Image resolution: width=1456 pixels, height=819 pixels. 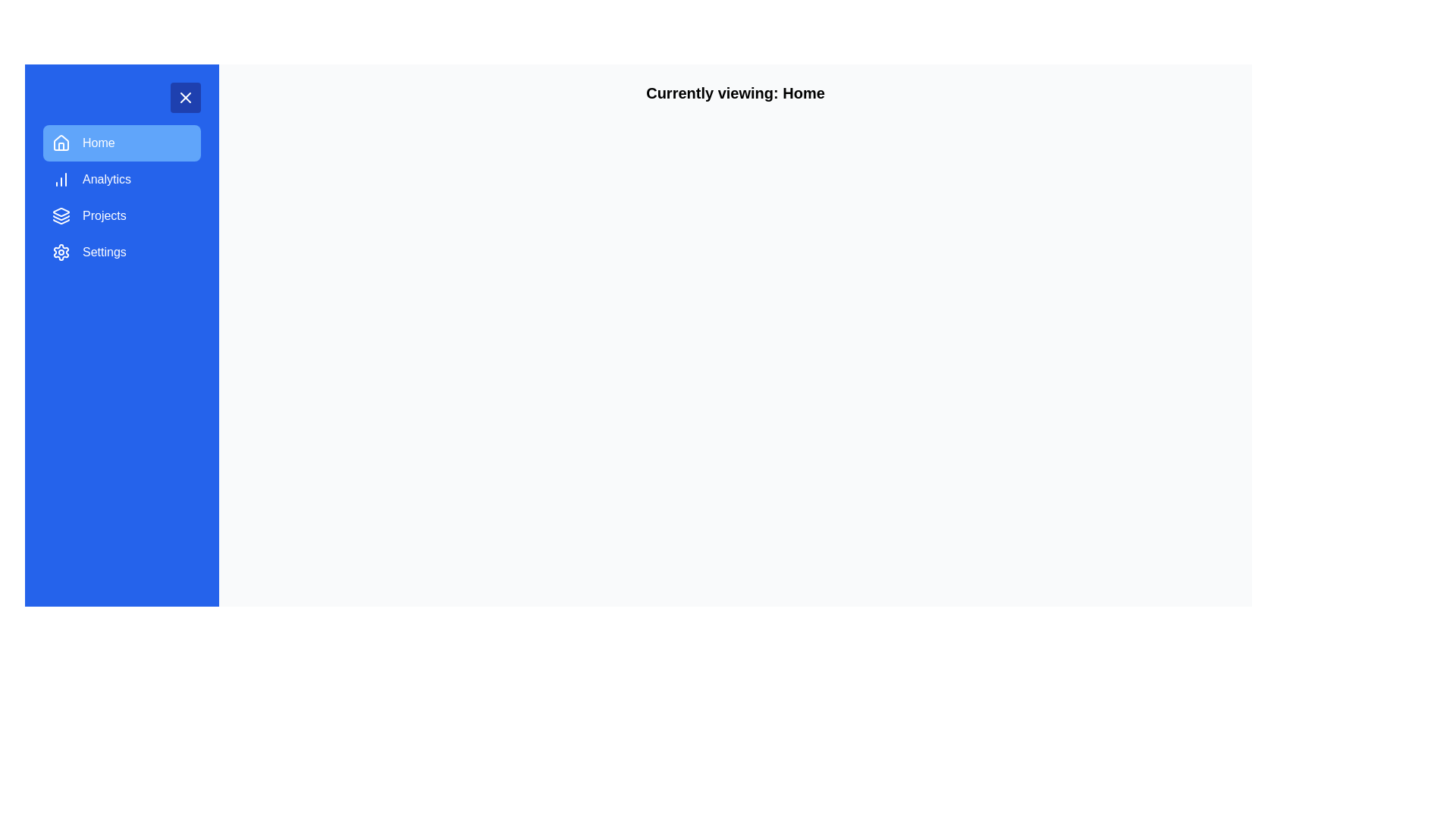 What do you see at coordinates (98, 143) in the screenshot?
I see `the 'Home' navigation link button located in the top-left section of the sidebar` at bounding box center [98, 143].